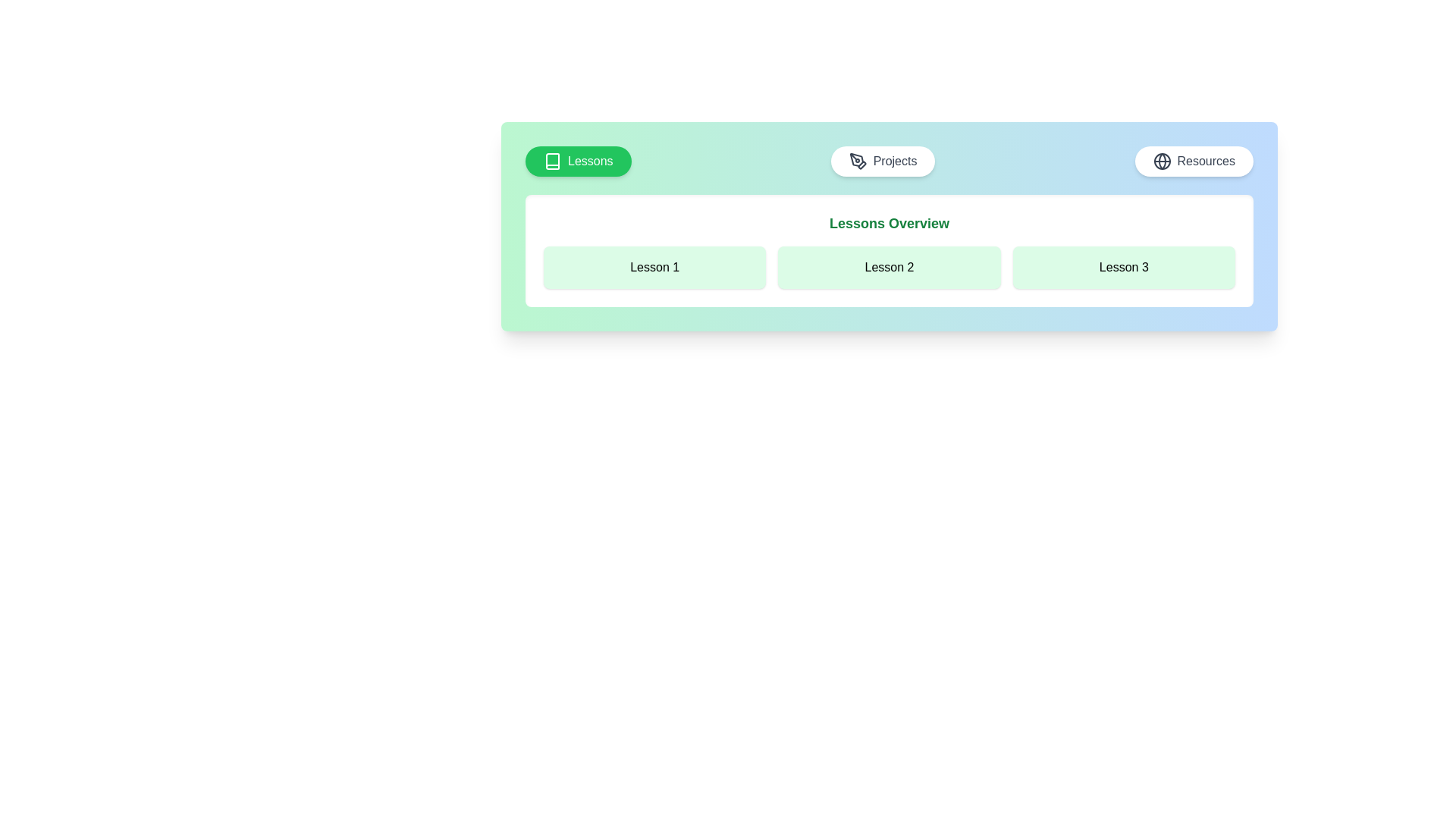  What do you see at coordinates (552, 161) in the screenshot?
I see `the small white book icon located within the green 'Lessons' button in the top left corner of the interface` at bounding box center [552, 161].